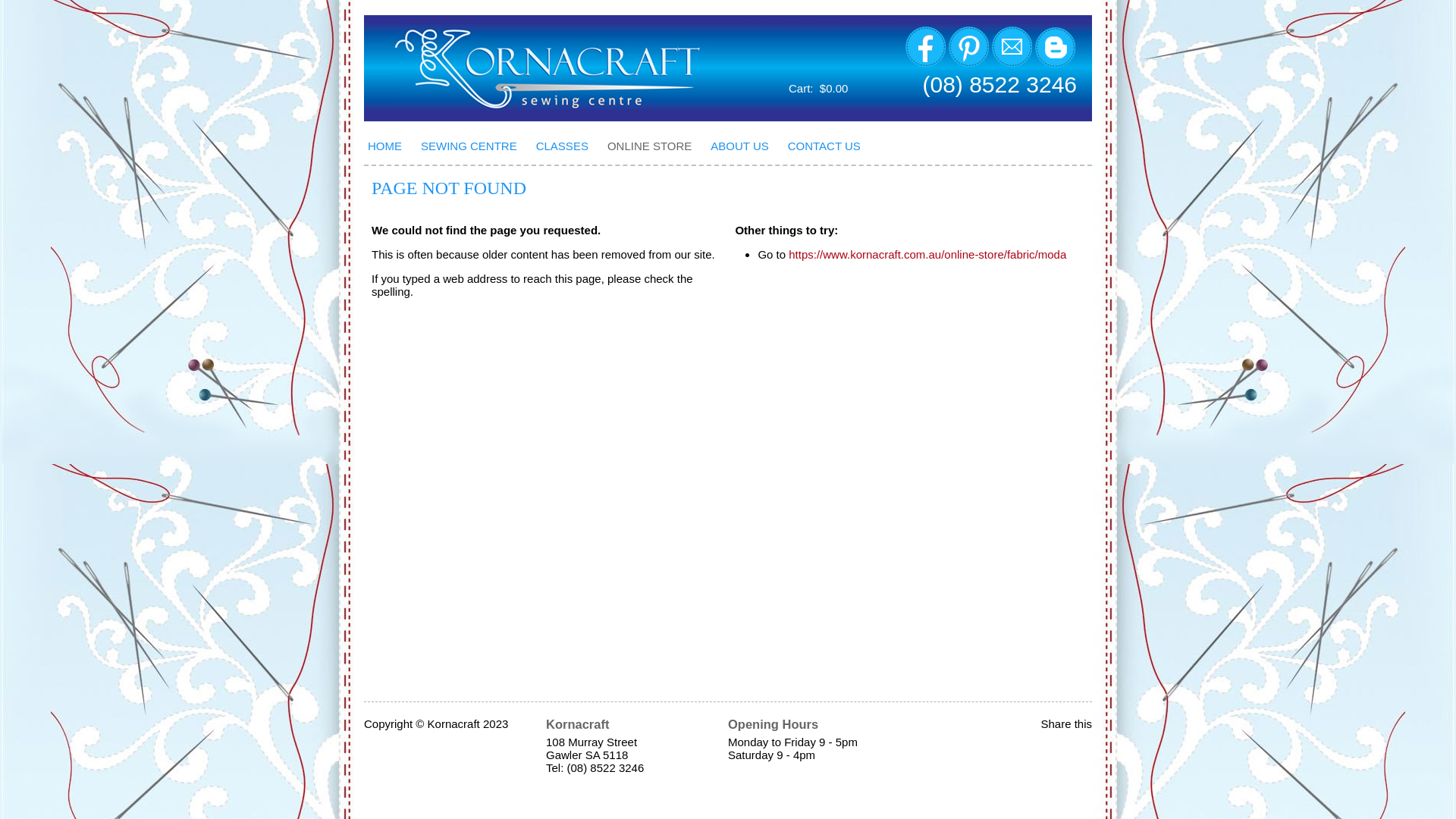 This screenshot has height=819, width=1456. I want to click on 'SEWING CENTRE', so click(473, 146).